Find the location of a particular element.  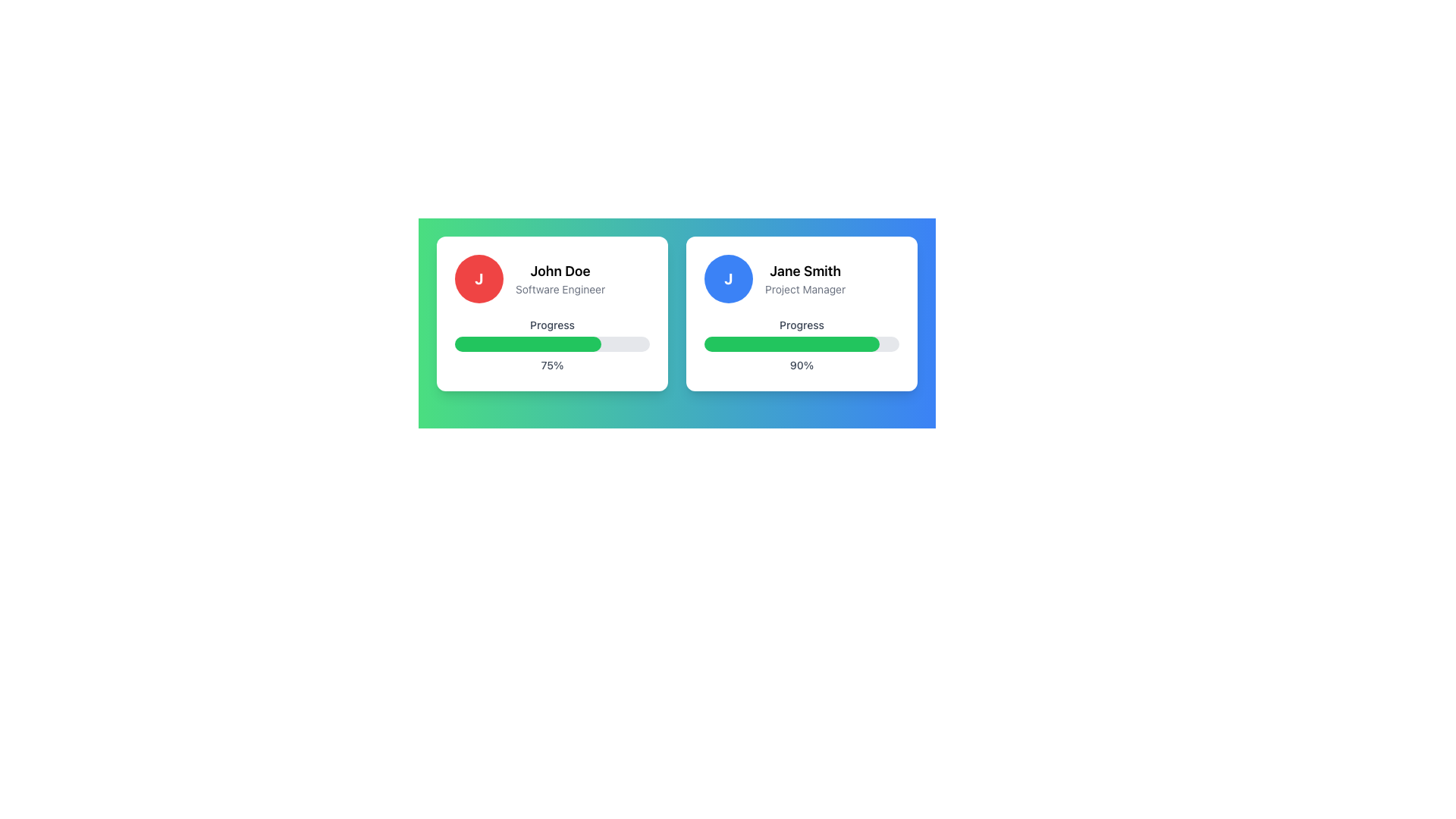

the Text Block that provides user information, specifically a name and job title, located to the right of a circular red icon with the letter 'J' is located at coordinates (560, 278).